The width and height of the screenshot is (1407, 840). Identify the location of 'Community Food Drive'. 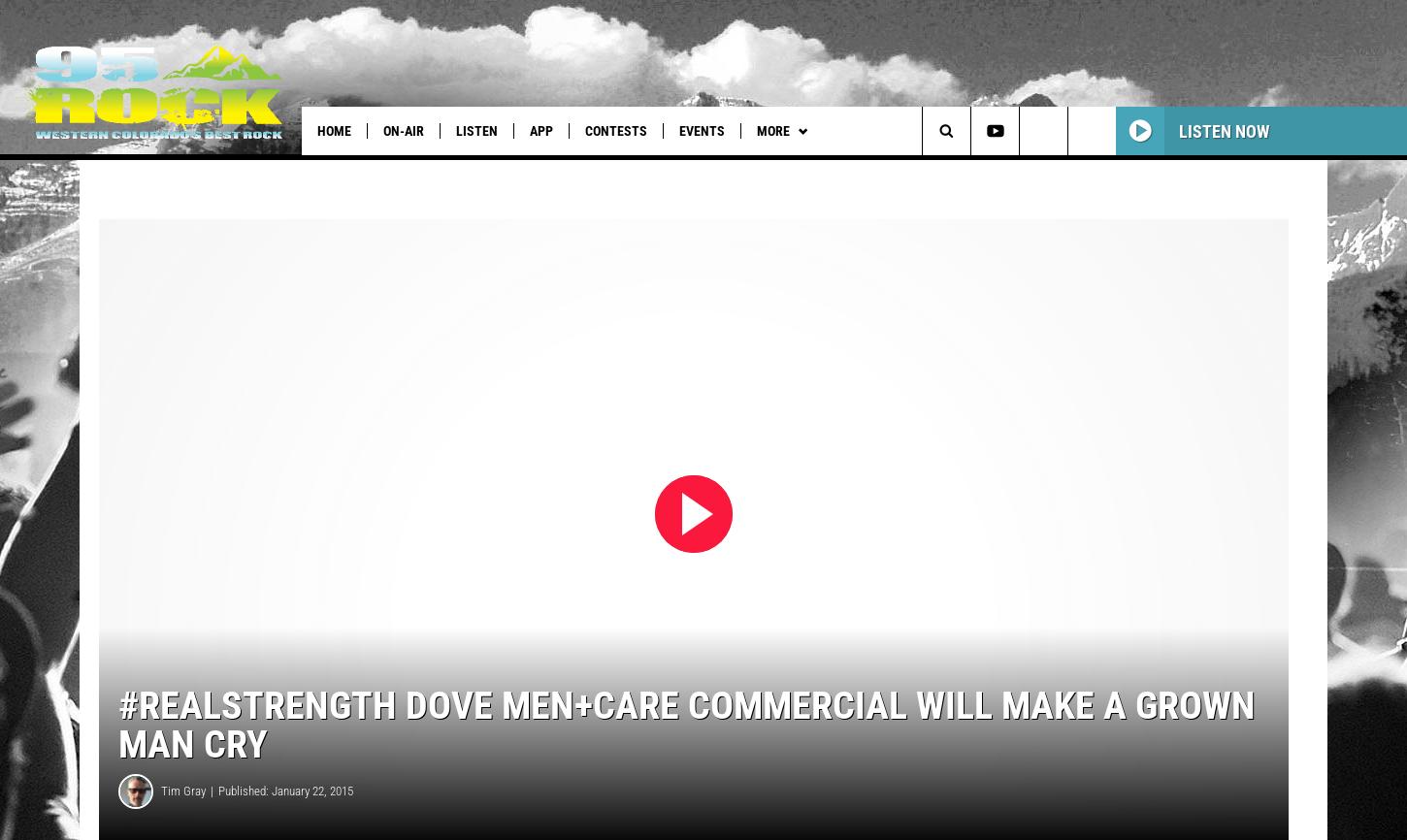
(865, 170).